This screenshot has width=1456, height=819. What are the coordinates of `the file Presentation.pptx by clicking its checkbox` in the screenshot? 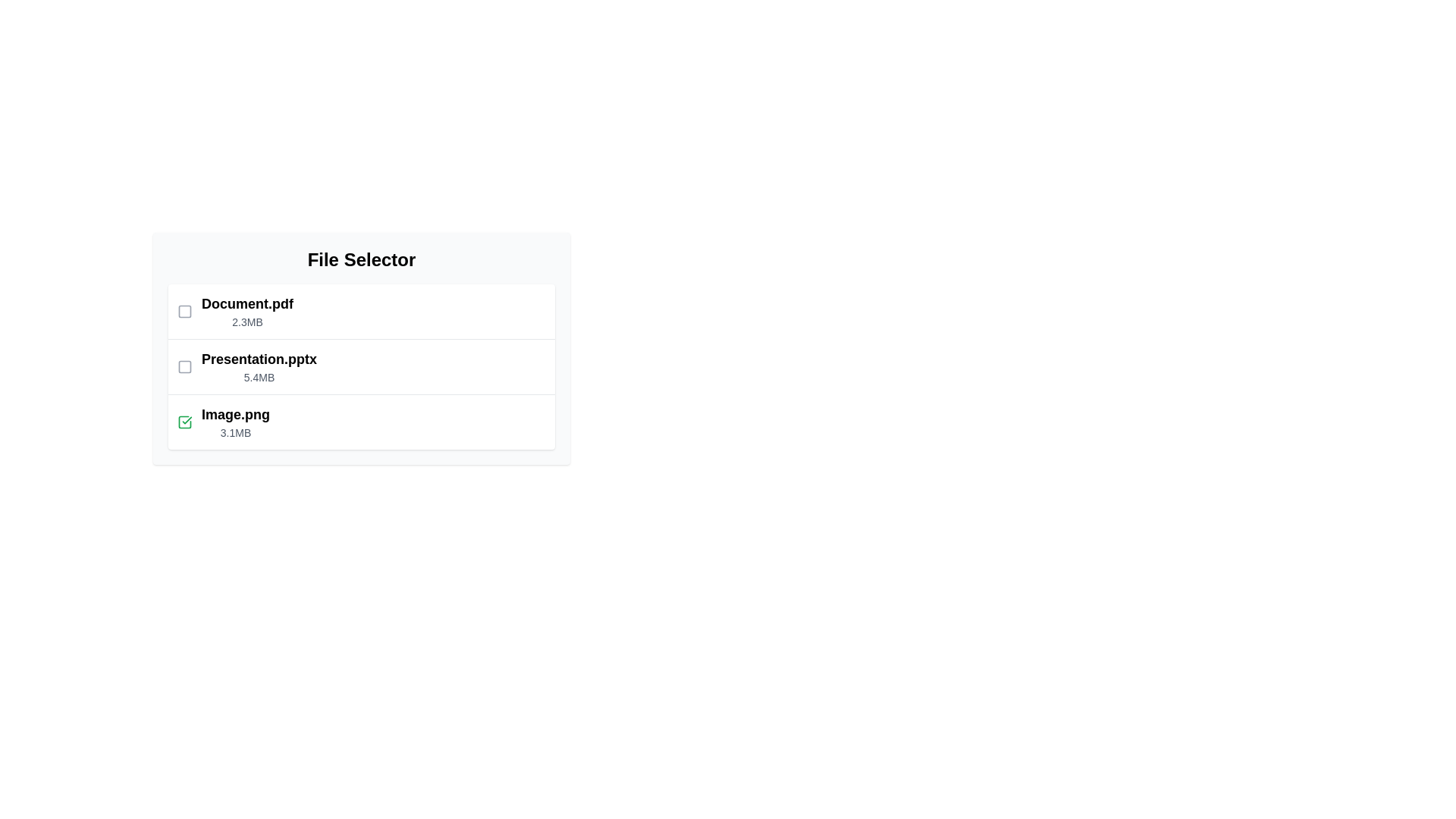 It's located at (184, 366).